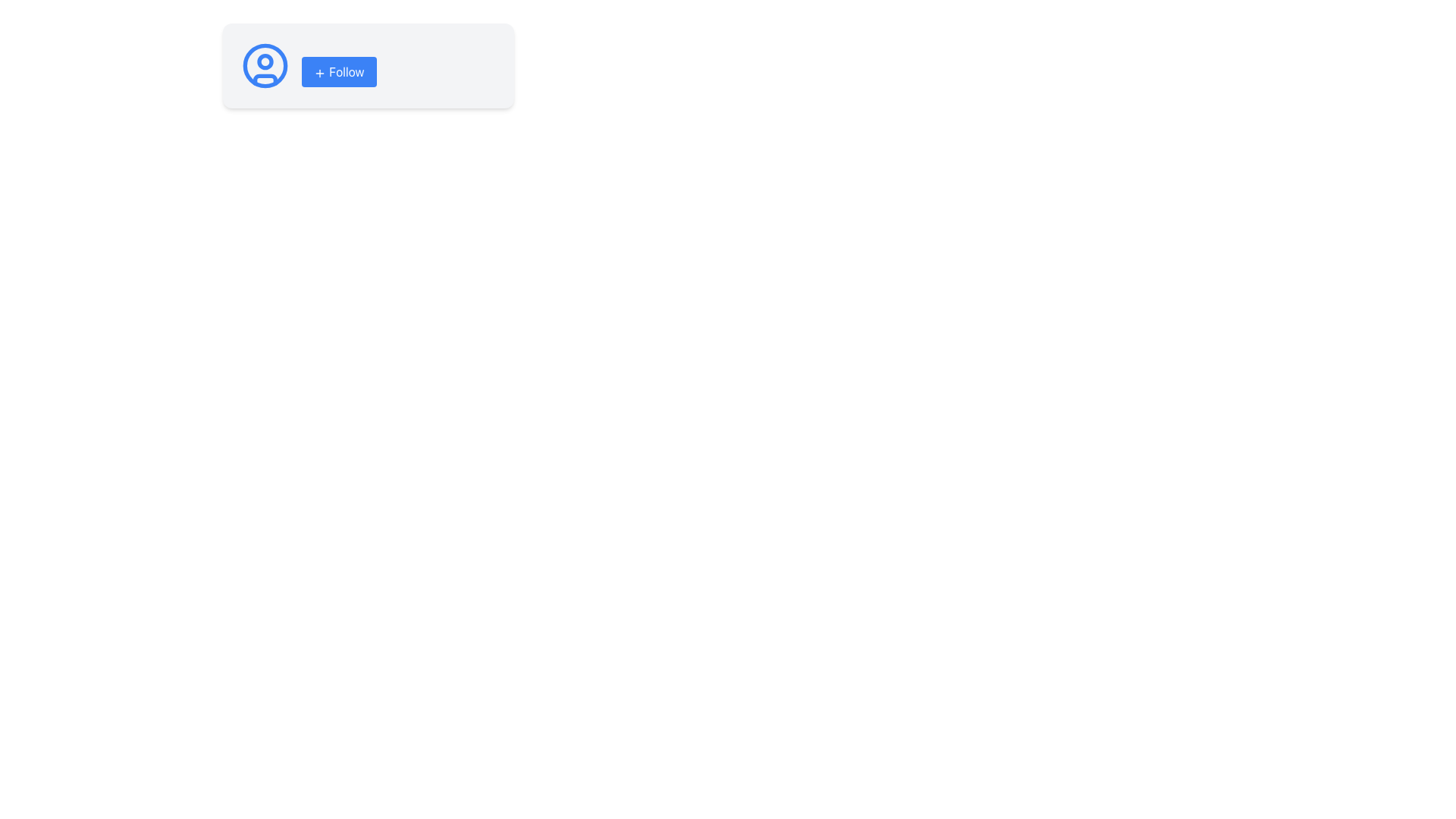 Image resolution: width=1456 pixels, height=819 pixels. What do you see at coordinates (265, 61) in the screenshot?
I see `the decorative circle element centered within the 'circle-user' SVG graphic, located near the top center of the icon` at bounding box center [265, 61].